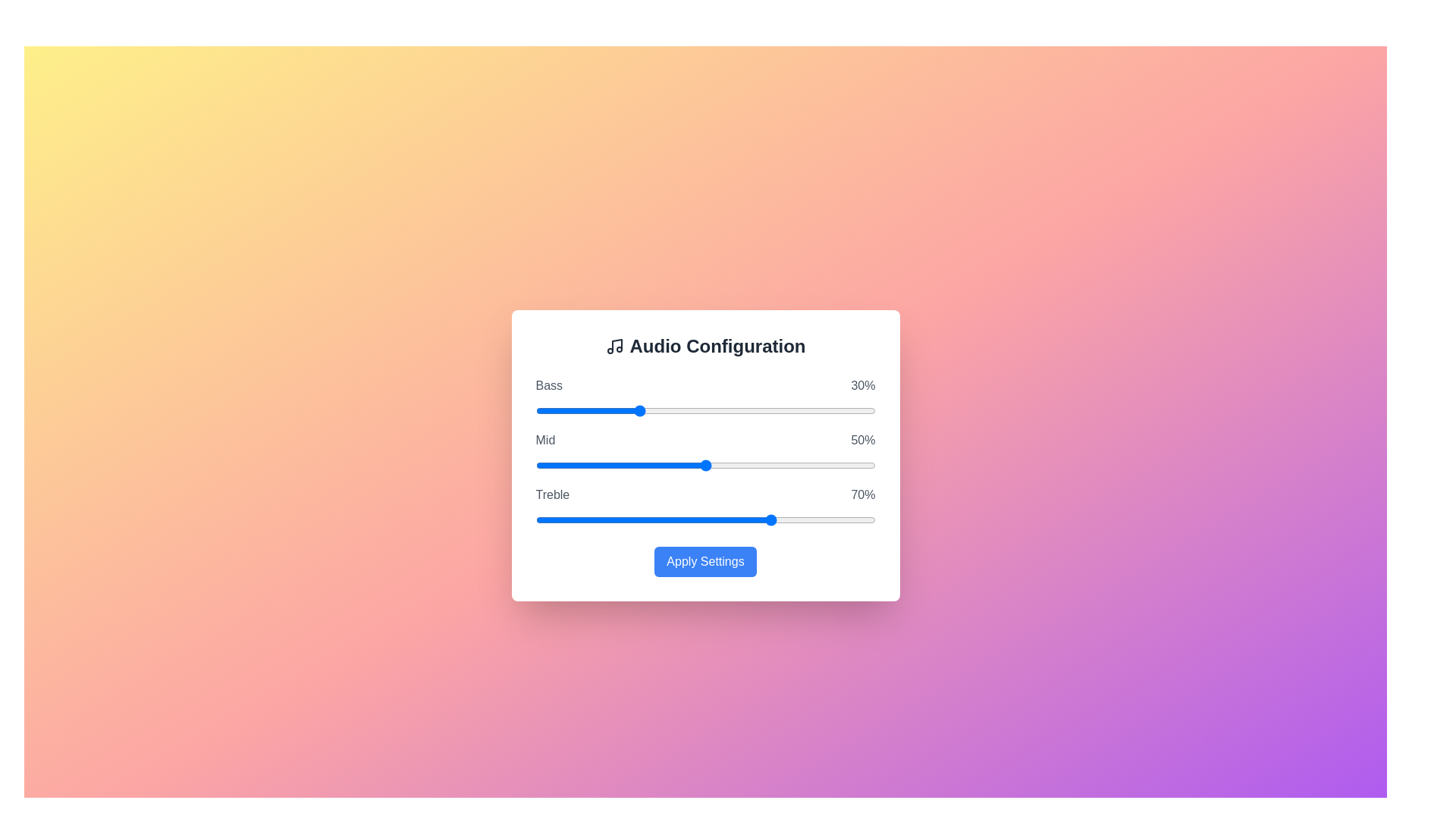 This screenshot has width=1456, height=819. What do you see at coordinates (704, 561) in the screenshot?
I see `'Apply Settings' button to apply the audio configuration settings` at bounding box center [704, 561].